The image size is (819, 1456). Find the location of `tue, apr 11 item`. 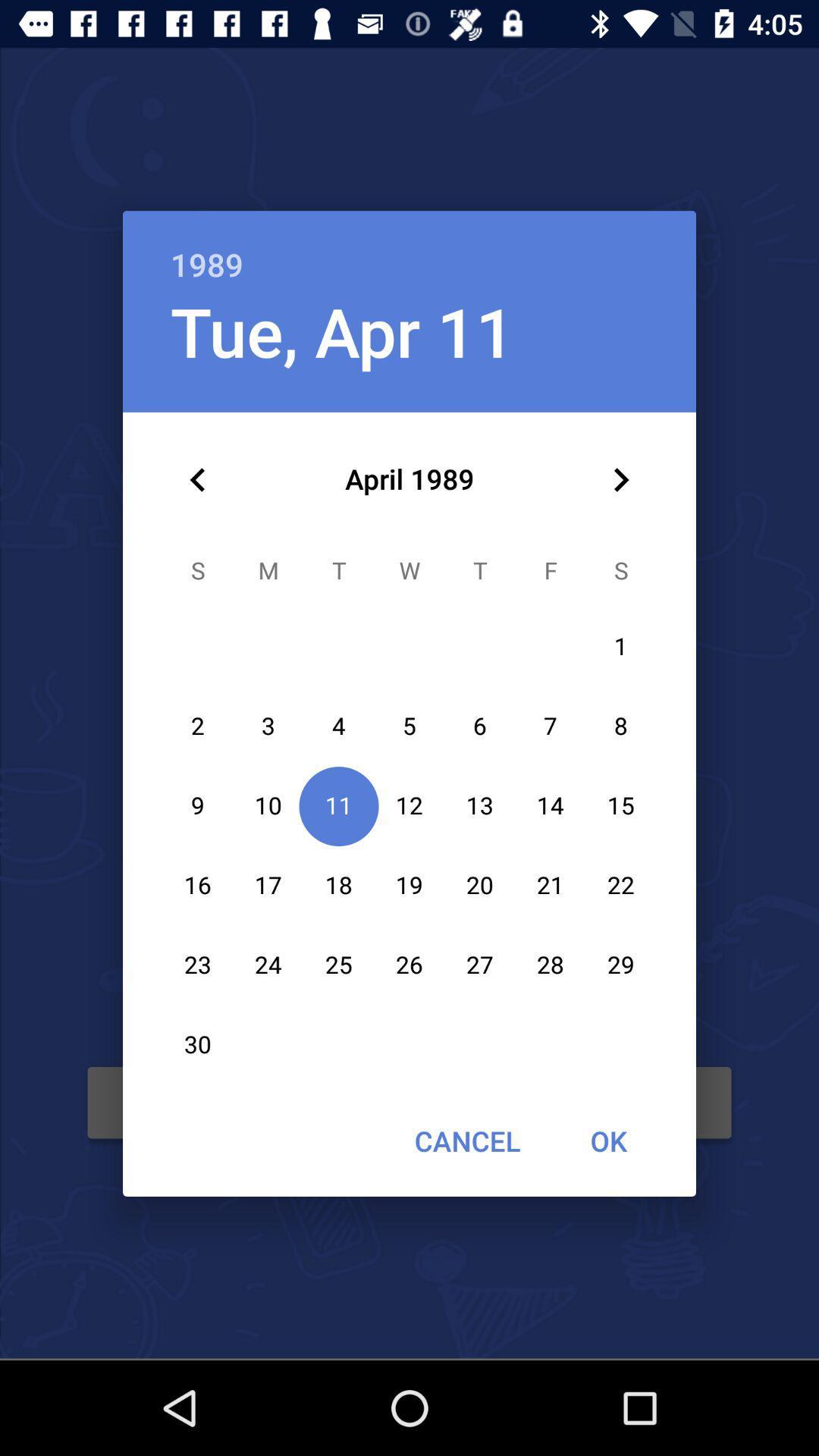

tue, apr 11 item is located at coordinates (342, 330).